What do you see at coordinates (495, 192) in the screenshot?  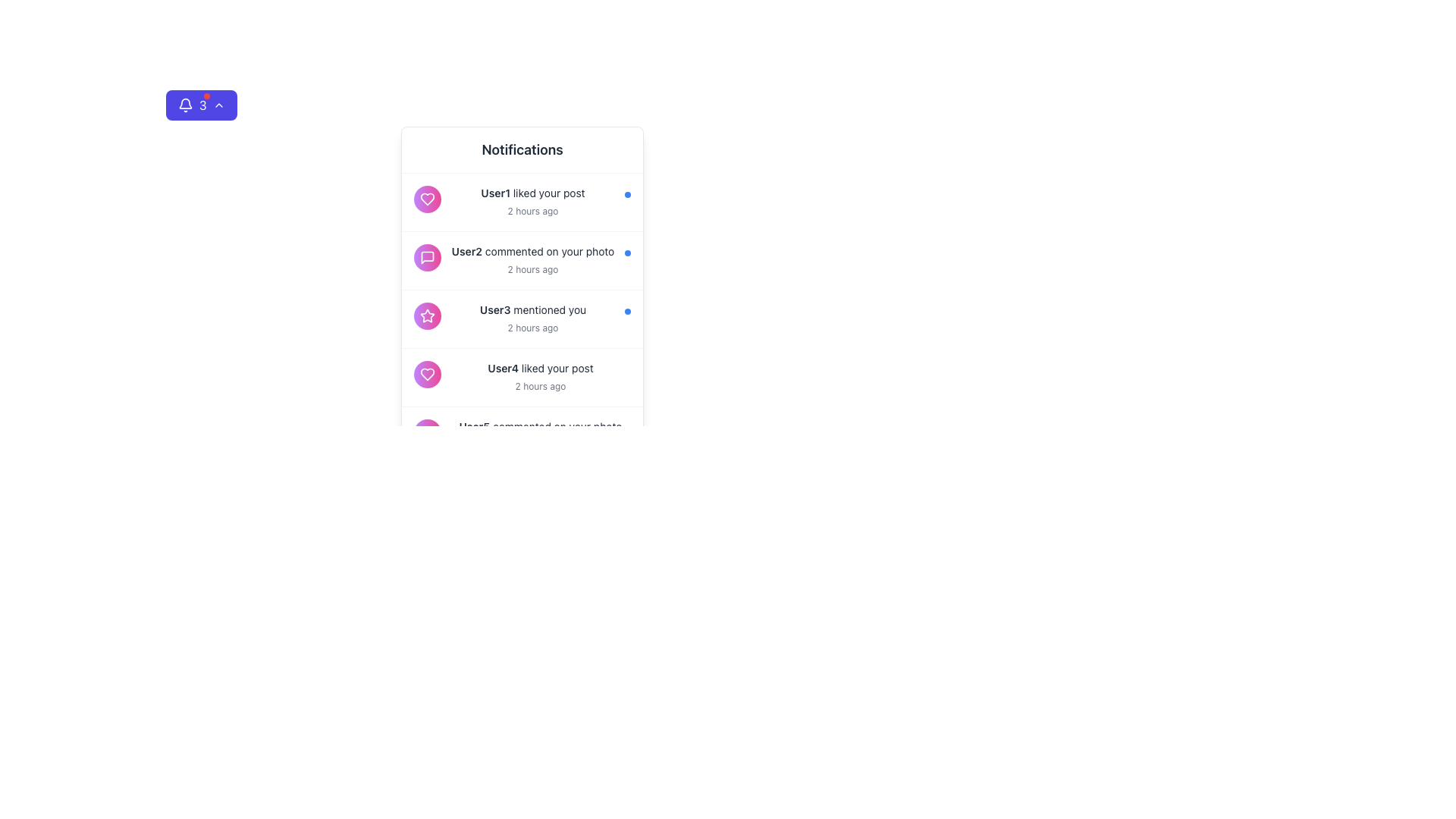 I see `the highlighted username 'User1' in the first notification entry, which is located immediately next to the heart icon on the left` at bounding box center [495, 192].